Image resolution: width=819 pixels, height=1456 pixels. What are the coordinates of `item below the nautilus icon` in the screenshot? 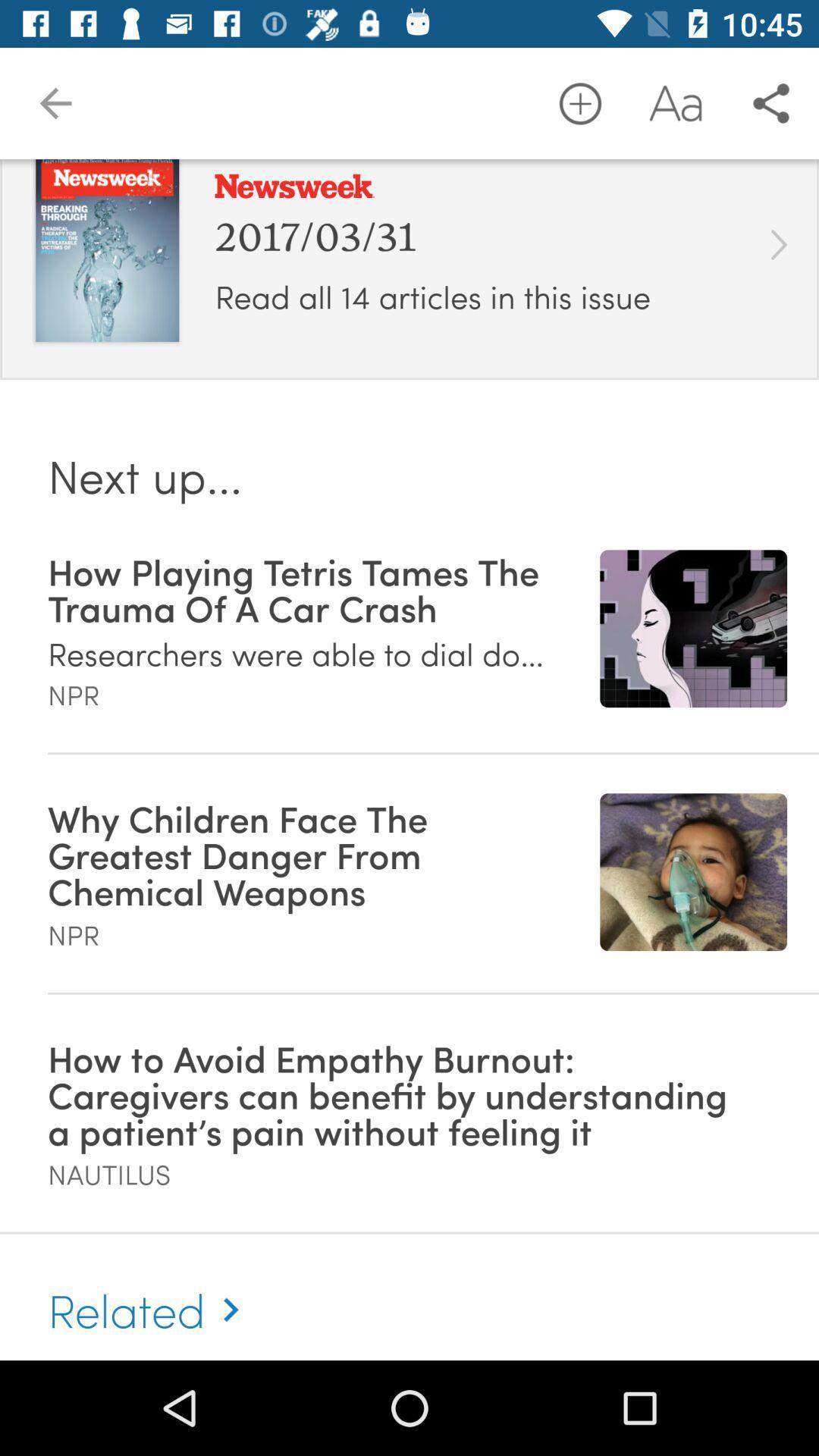 It's located at (150, 1292).